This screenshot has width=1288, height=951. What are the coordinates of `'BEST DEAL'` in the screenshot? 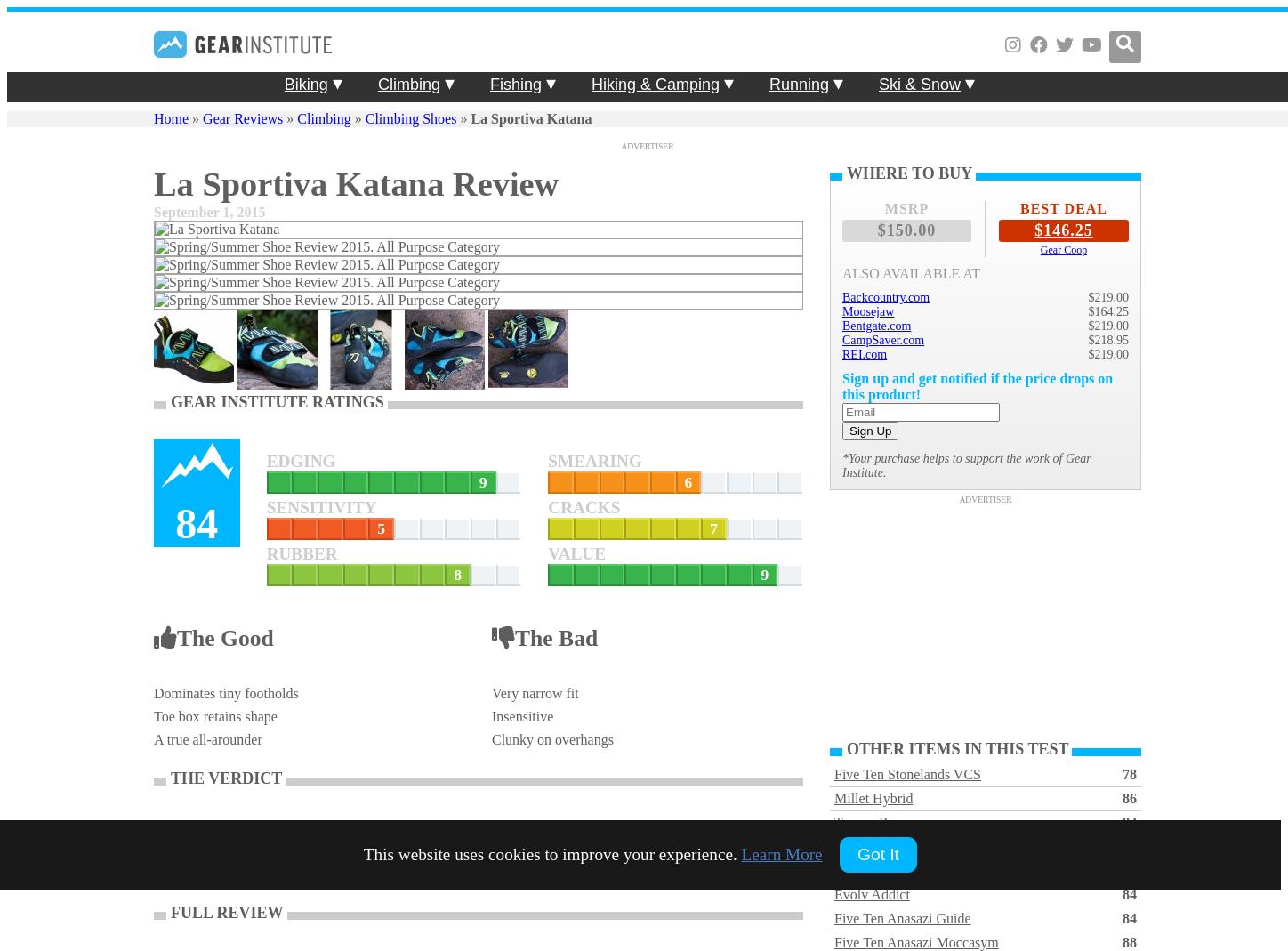 It's located at (1062, 207).